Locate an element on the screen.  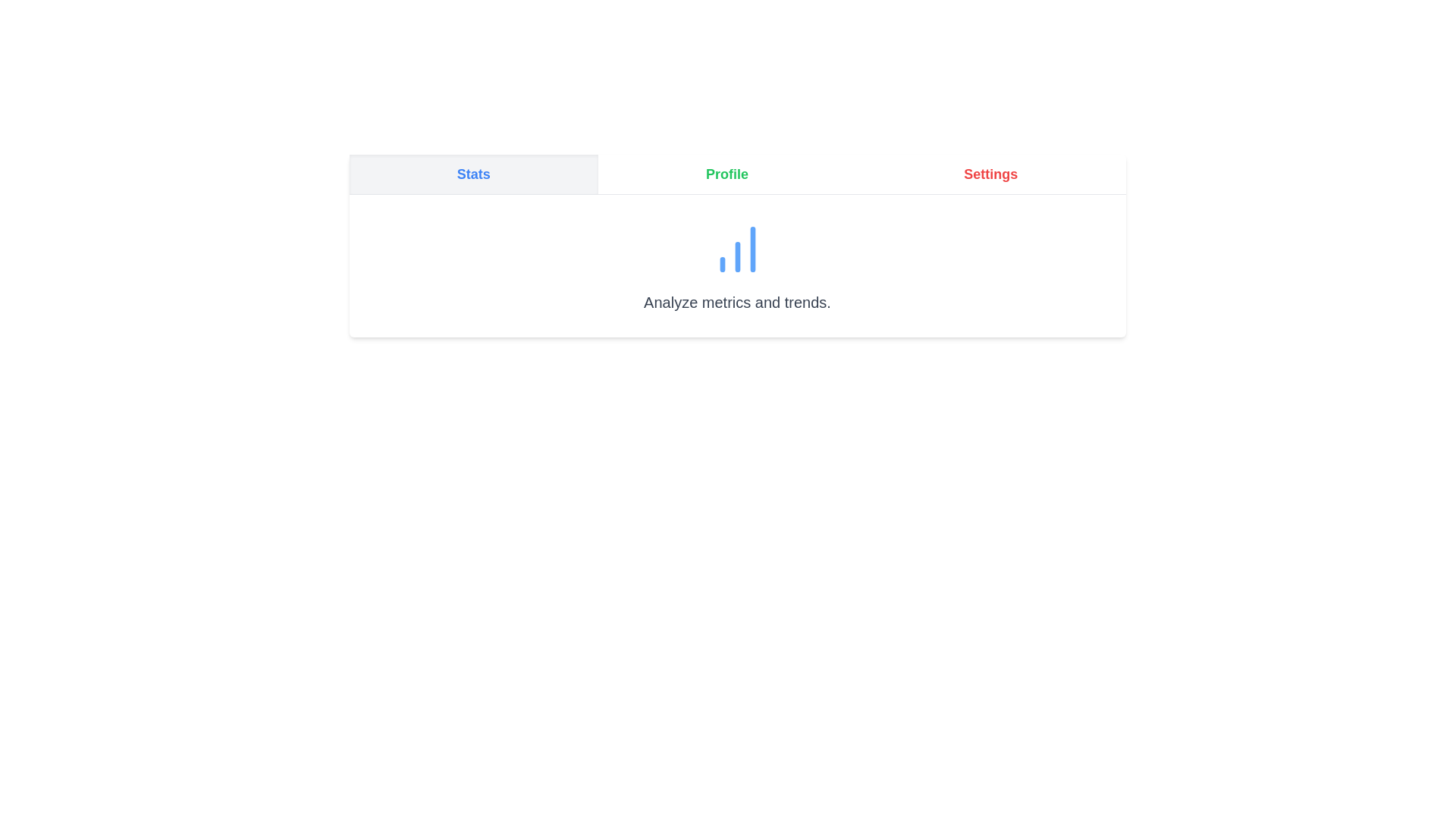
the rectangular 'Stats' button with blue text and light gray background, which is the first button in a row of three sibling buttons is located at coordinates (472, 174).